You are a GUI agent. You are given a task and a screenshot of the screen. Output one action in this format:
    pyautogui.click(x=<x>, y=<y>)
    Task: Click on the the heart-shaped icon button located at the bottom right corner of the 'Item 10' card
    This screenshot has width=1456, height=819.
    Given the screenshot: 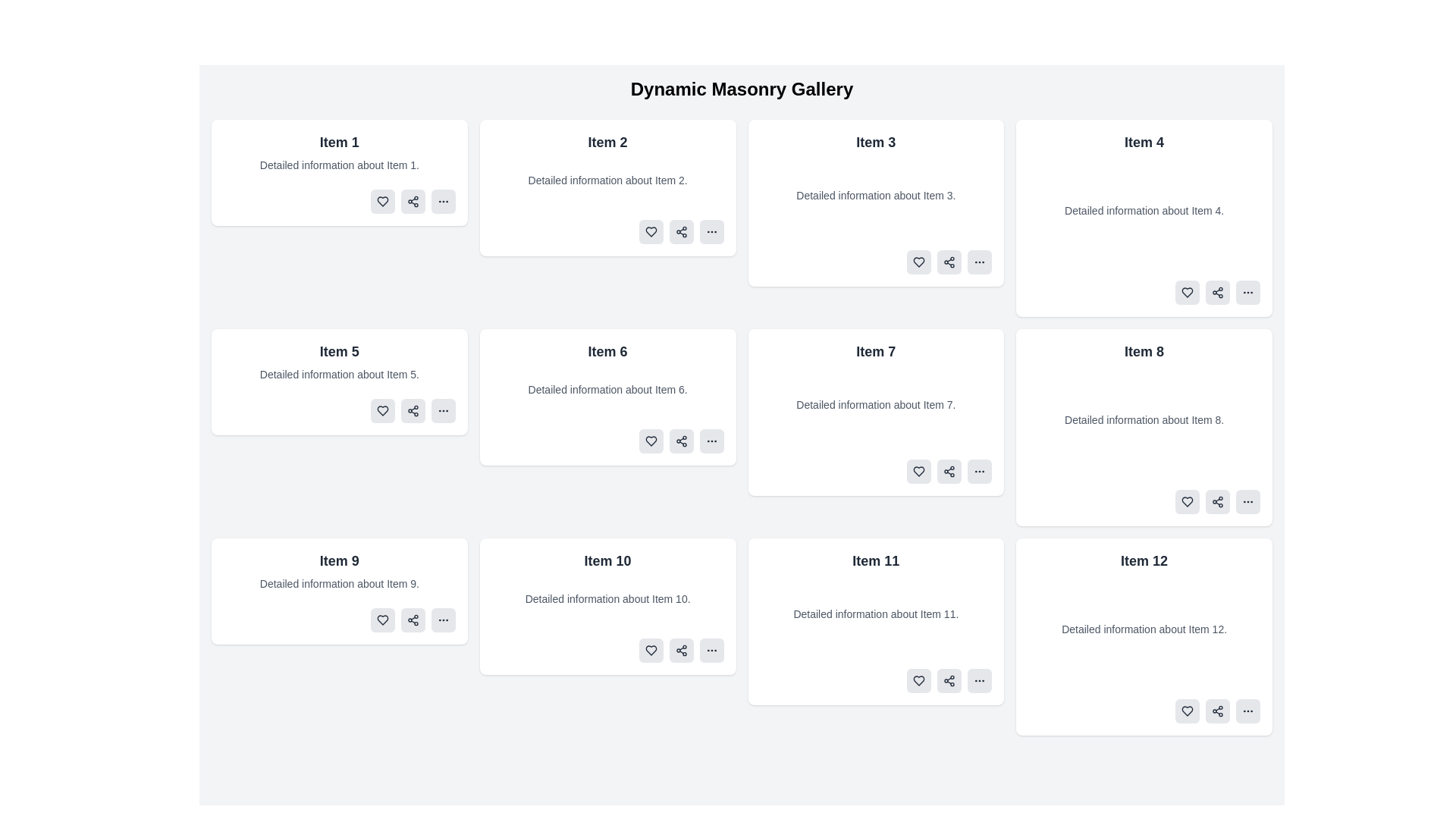 What is the action you would take?
    pyautogui.click(x=651, y=649)
    